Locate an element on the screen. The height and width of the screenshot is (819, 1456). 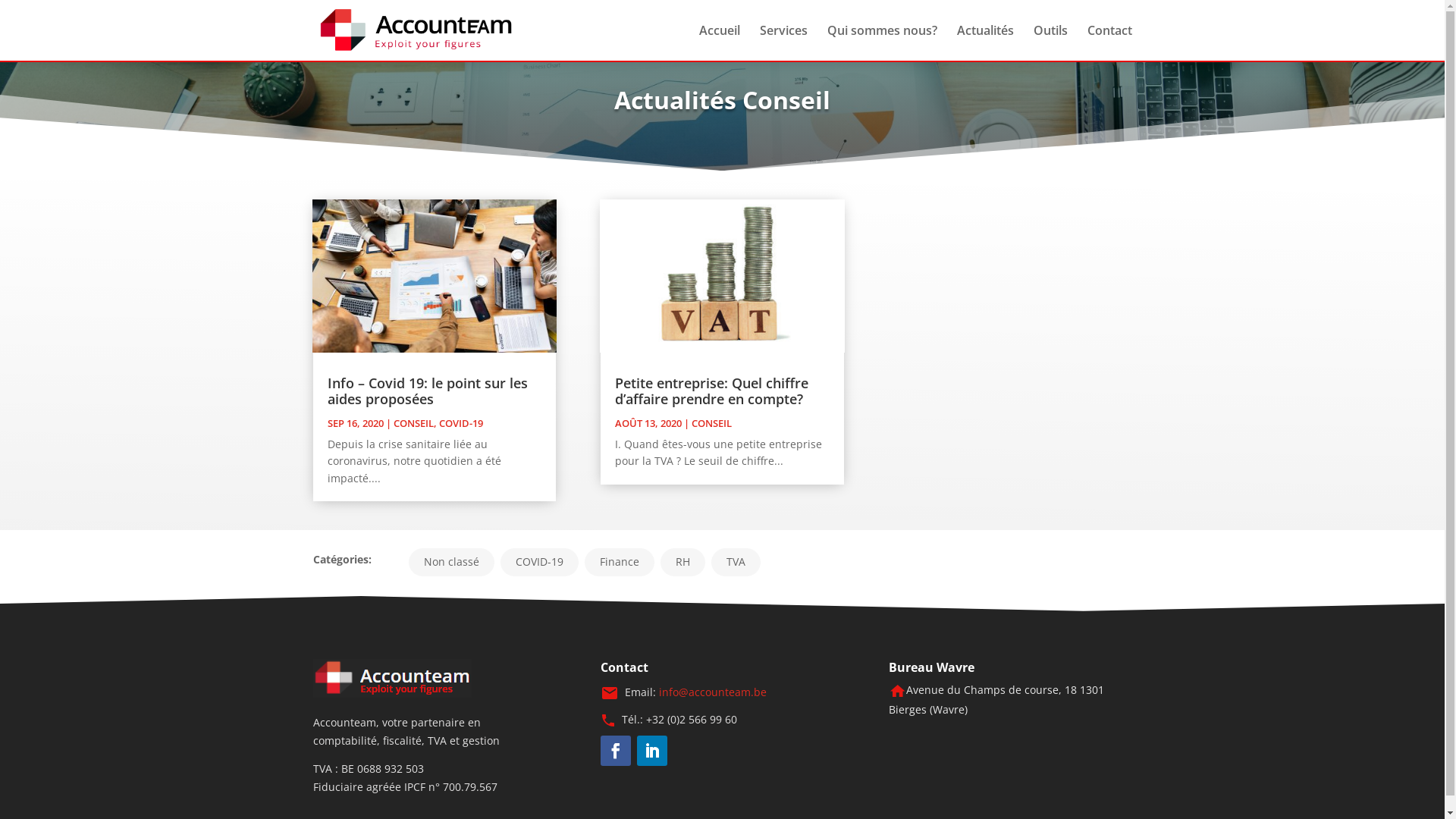
'Contact' is located at coordinates (1109, 42).